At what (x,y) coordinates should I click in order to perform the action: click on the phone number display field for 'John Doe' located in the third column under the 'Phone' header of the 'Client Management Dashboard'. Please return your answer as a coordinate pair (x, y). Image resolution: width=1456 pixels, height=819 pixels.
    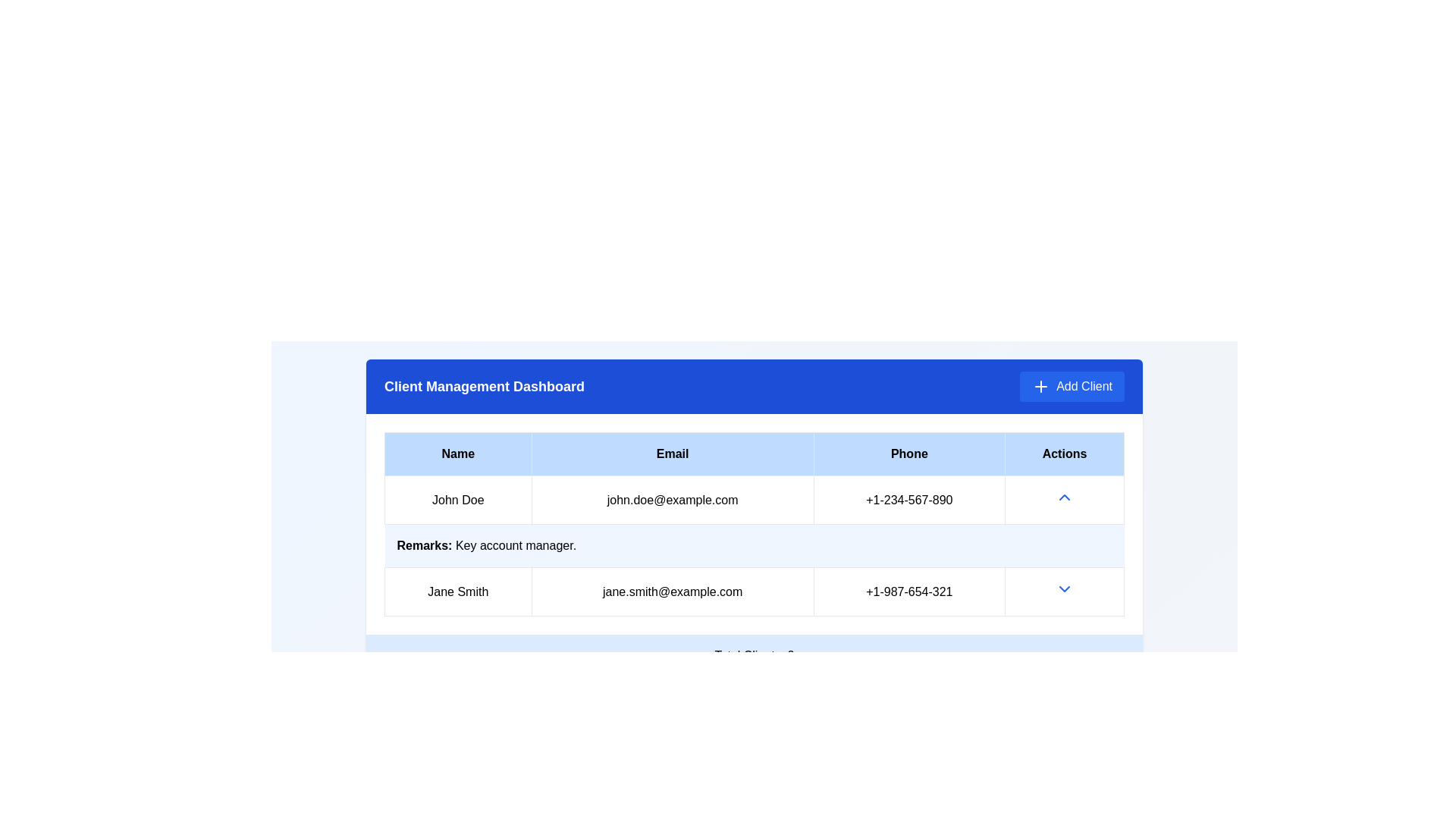
    Looking at the image, I should click on (909, 500).